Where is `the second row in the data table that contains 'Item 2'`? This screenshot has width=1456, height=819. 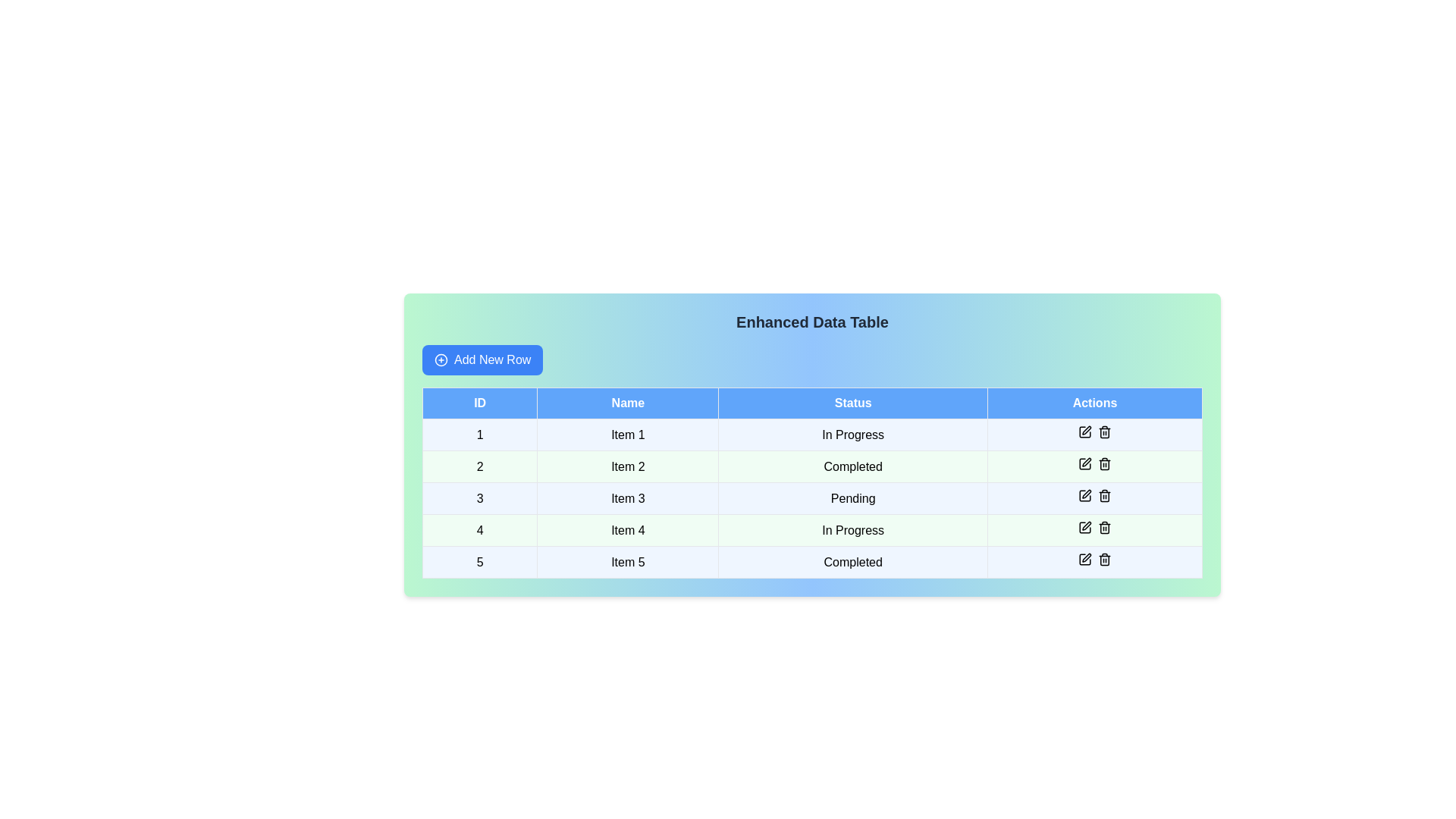
the second row in the data table that contains 'Item 2' is located at coordinates (811, 466).